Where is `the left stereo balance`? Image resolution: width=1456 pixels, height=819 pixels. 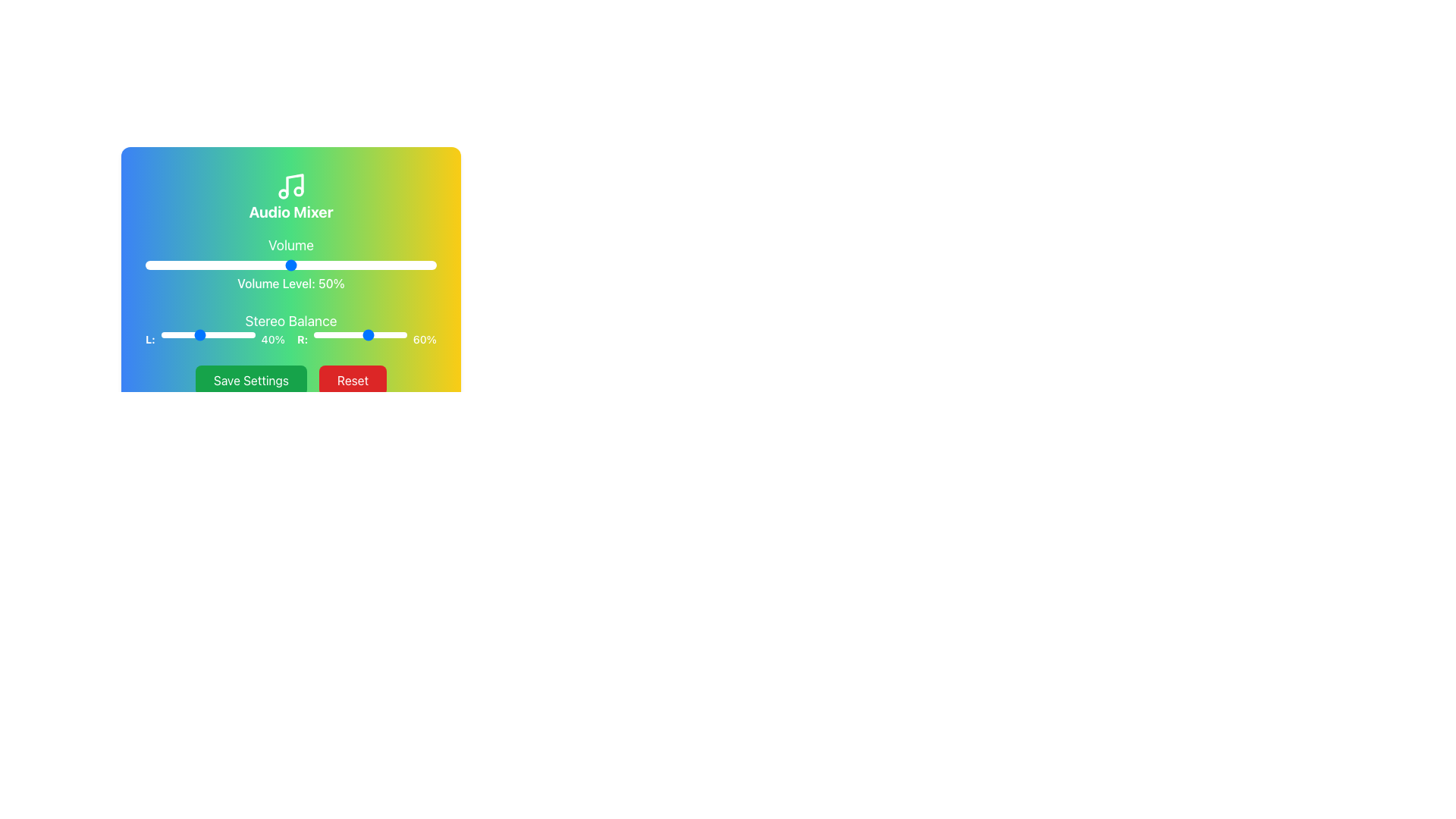
the left stereo balance is located at coordinates (180, 334).